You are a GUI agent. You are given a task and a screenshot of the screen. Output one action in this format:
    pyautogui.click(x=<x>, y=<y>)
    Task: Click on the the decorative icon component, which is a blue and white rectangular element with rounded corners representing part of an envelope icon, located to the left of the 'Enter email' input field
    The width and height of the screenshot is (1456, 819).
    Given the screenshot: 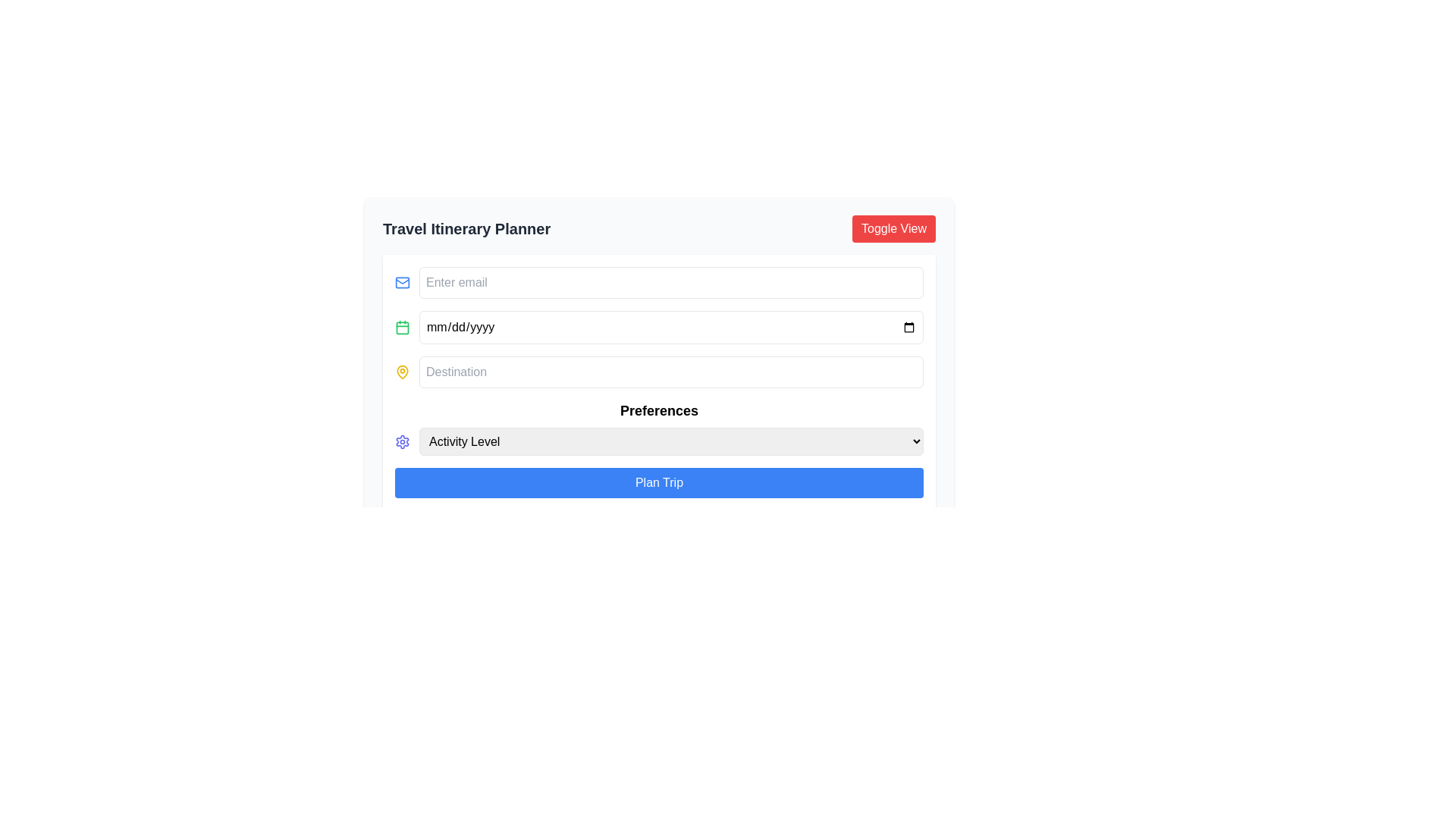 What is the action you would take?
    pyautogui.click(x=403, y=283)
    